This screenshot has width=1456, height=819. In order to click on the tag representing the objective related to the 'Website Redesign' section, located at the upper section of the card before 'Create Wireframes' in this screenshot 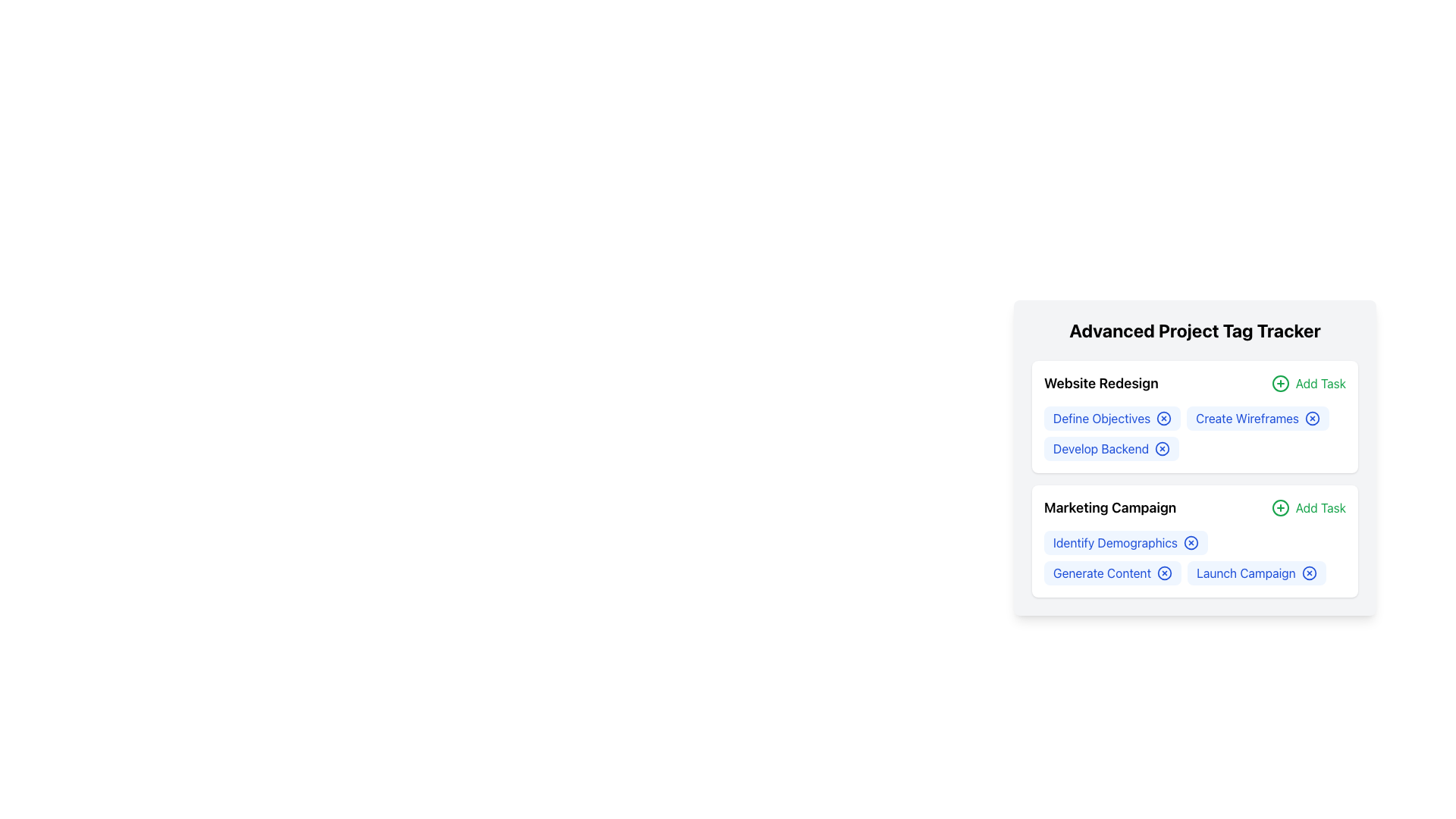, I will do `click(1112, 418)`.